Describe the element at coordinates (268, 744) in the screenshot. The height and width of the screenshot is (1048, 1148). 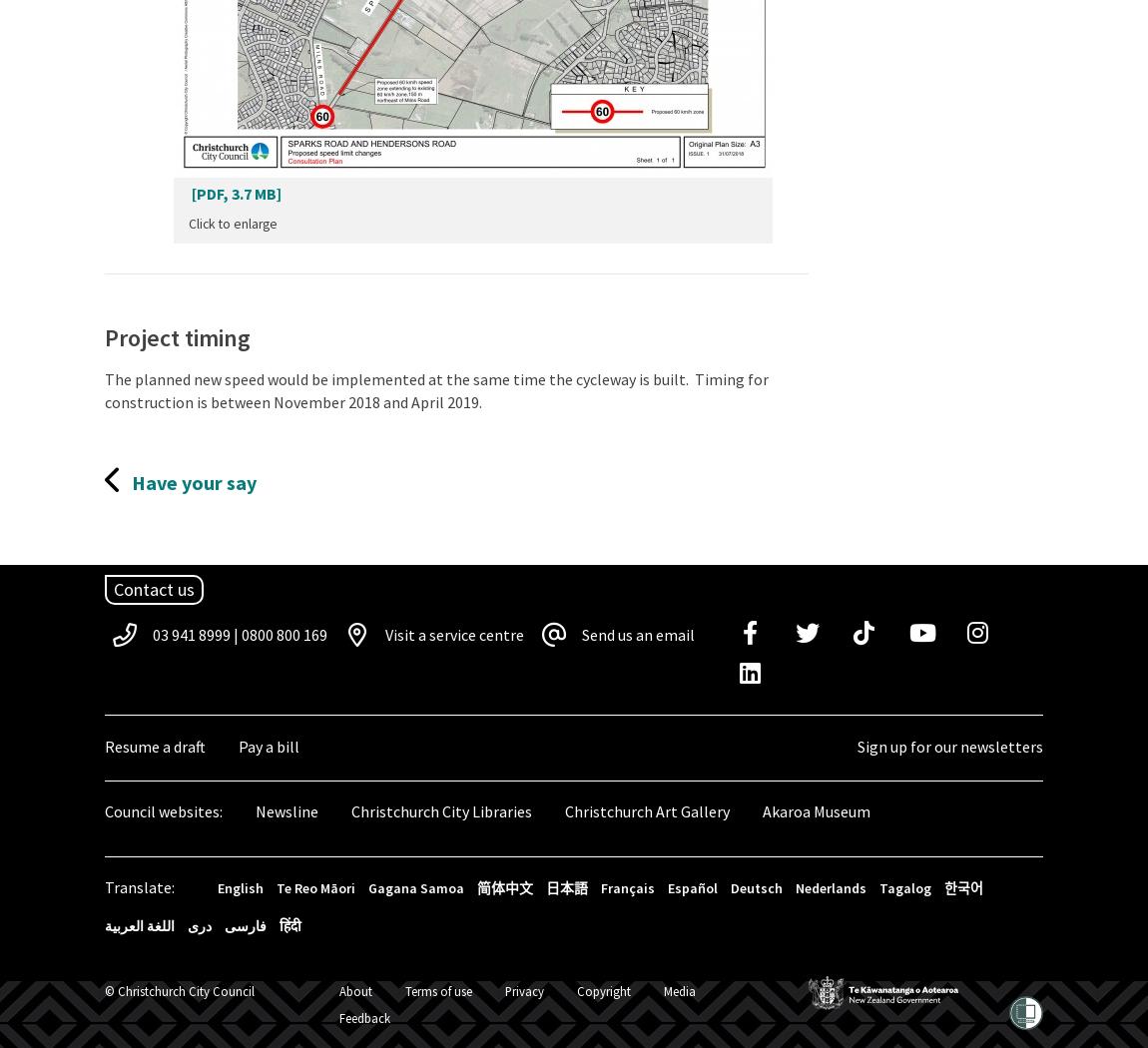
I see `'Pay a bill'` at that location.